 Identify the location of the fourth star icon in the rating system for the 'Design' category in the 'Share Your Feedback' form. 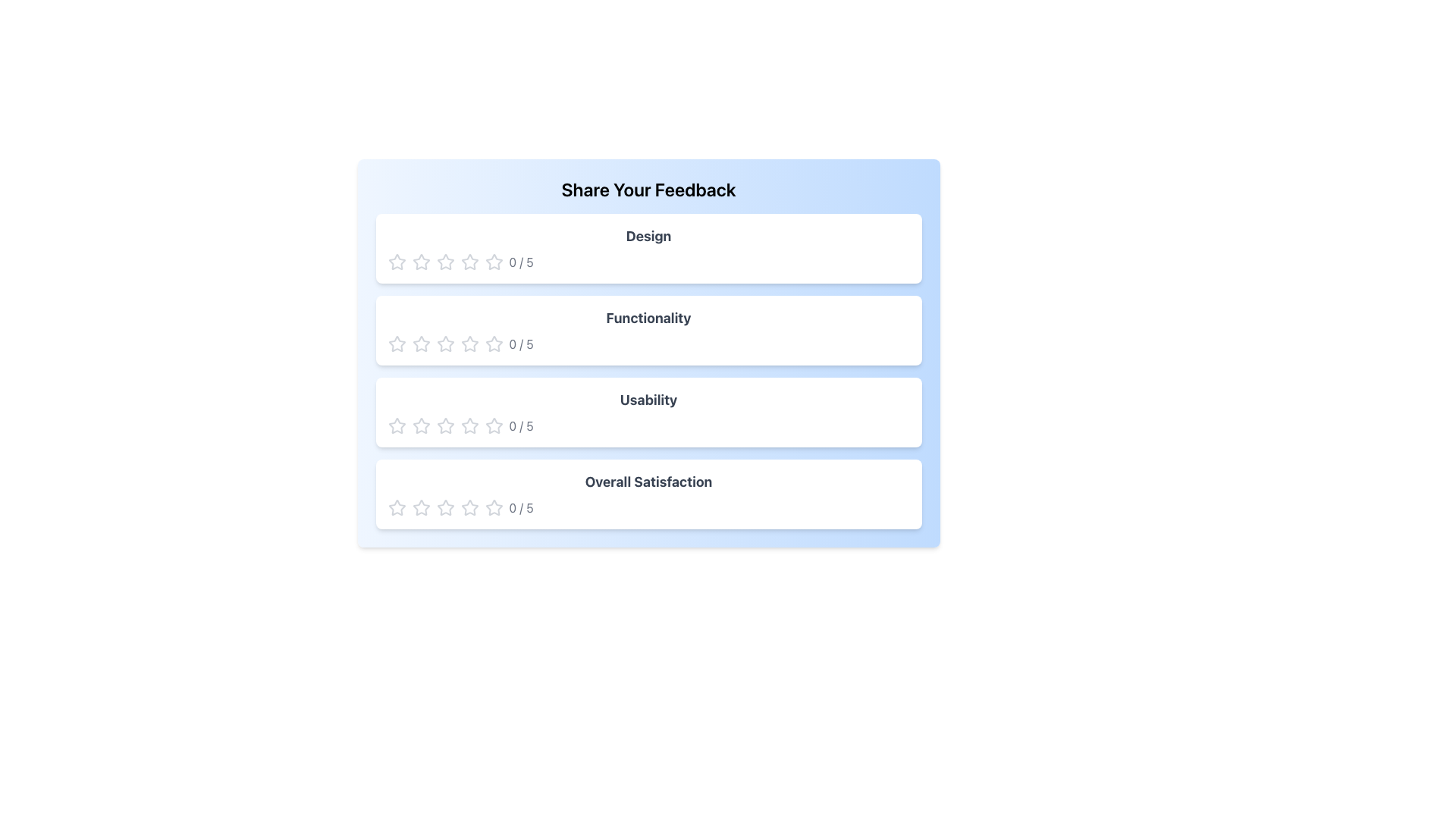
(469, 262).